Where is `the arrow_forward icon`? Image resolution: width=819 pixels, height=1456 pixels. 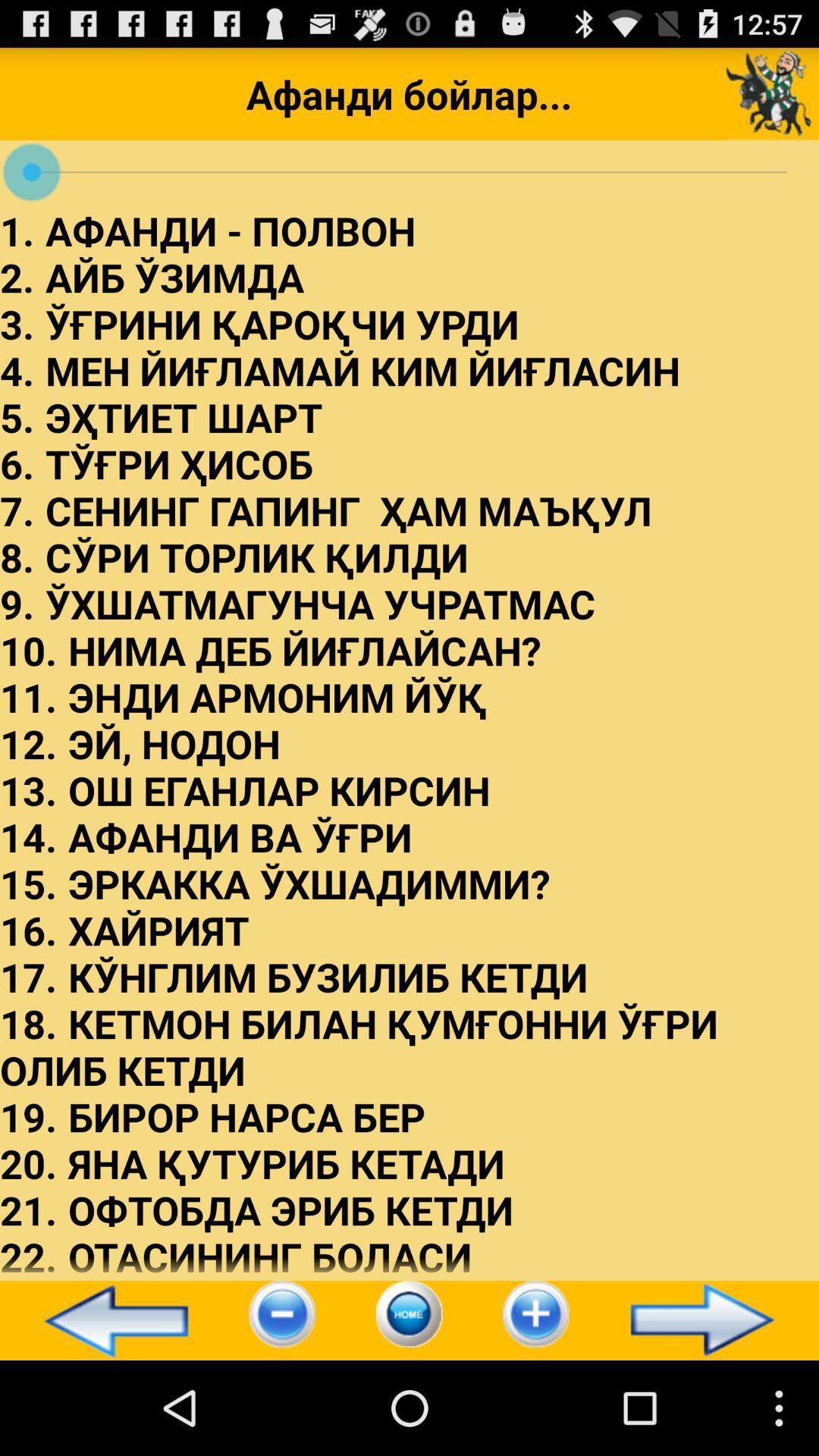 the arrow_forward icon is located at coordinates (709, 1412).